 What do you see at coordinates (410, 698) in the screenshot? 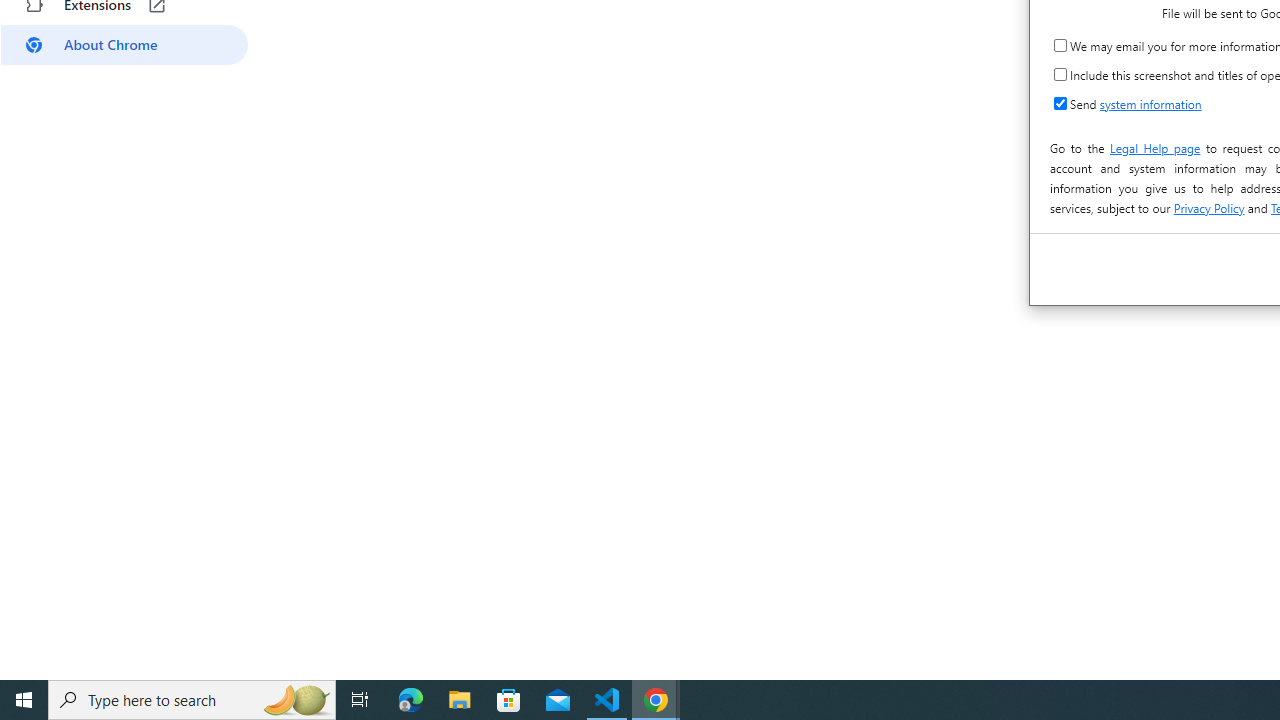
I see `'Microsoft Edge'` at bounding box center [410, 698].